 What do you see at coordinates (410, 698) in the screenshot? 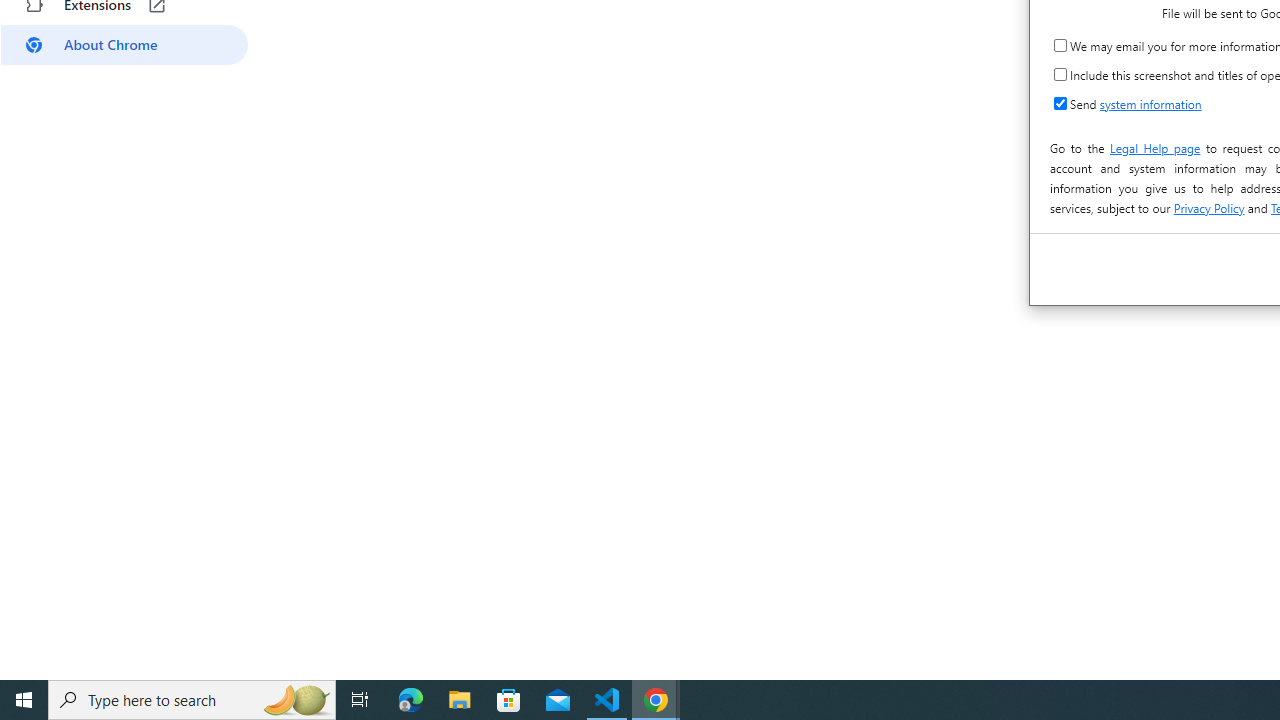
I see `'Microsoft Edge'` at bounding box center [410, 698].